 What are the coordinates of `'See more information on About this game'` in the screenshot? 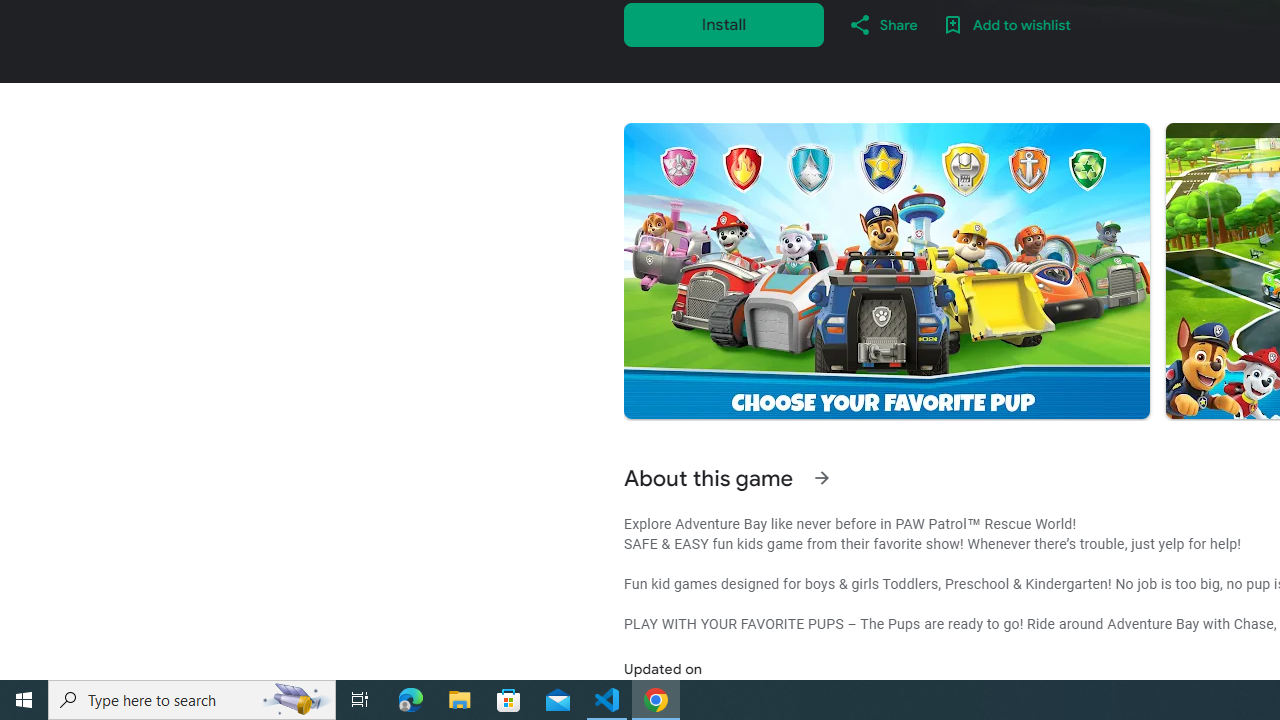 It's located at (821, 478).